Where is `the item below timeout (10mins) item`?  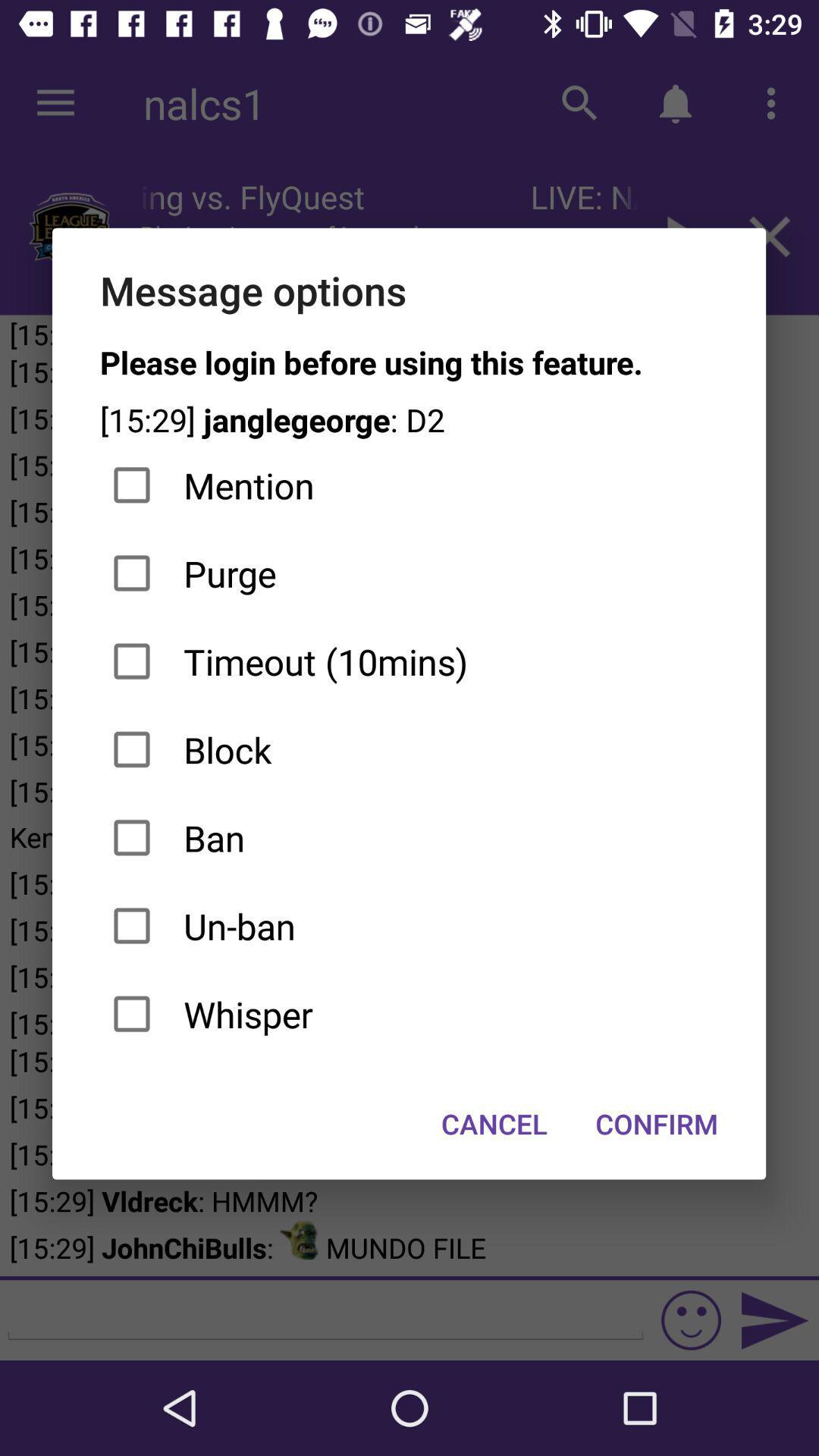 the item below timeout (10mins) item is located at coordinates (408, 749).